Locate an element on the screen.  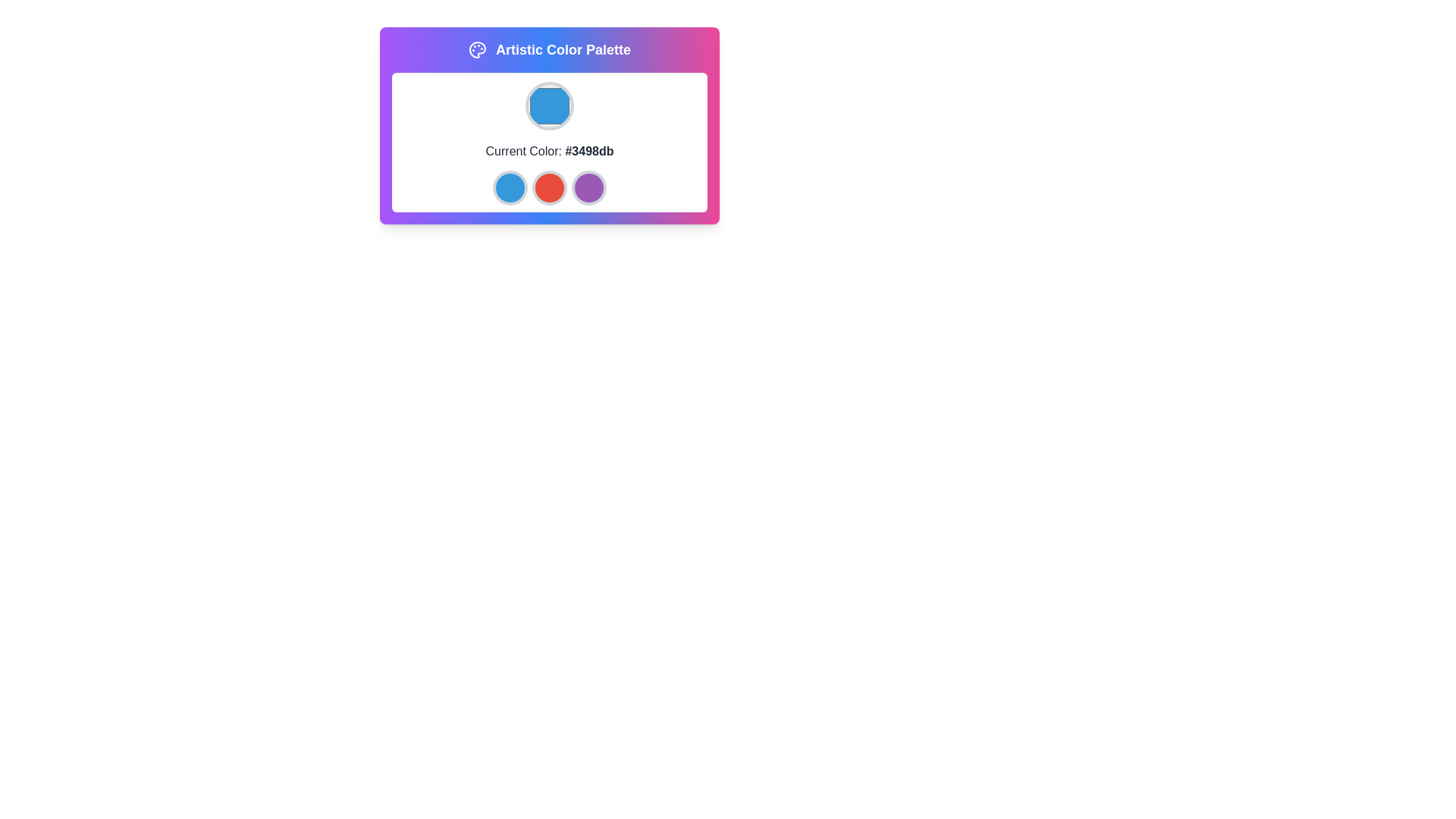
the third circular button from the left, which has a purple background and a subtle gray border is located at coordinates (588, 187).